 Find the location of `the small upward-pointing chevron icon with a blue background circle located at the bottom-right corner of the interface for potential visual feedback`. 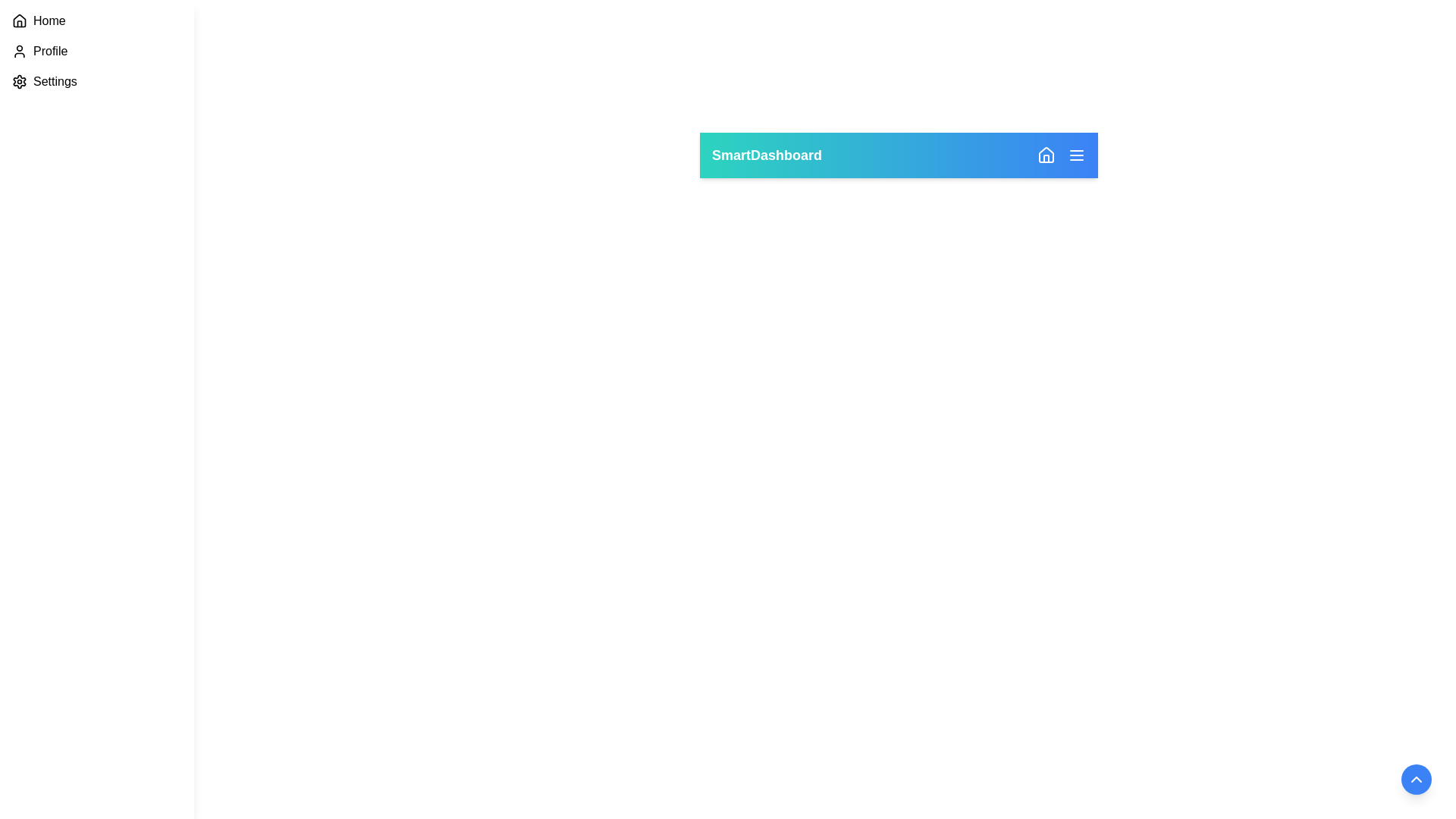

the small upward-pointing chevron icon with a blue background circle located at the bottom-right corner of the interface for potential visual feedback is located at coordinates (1415, 780).